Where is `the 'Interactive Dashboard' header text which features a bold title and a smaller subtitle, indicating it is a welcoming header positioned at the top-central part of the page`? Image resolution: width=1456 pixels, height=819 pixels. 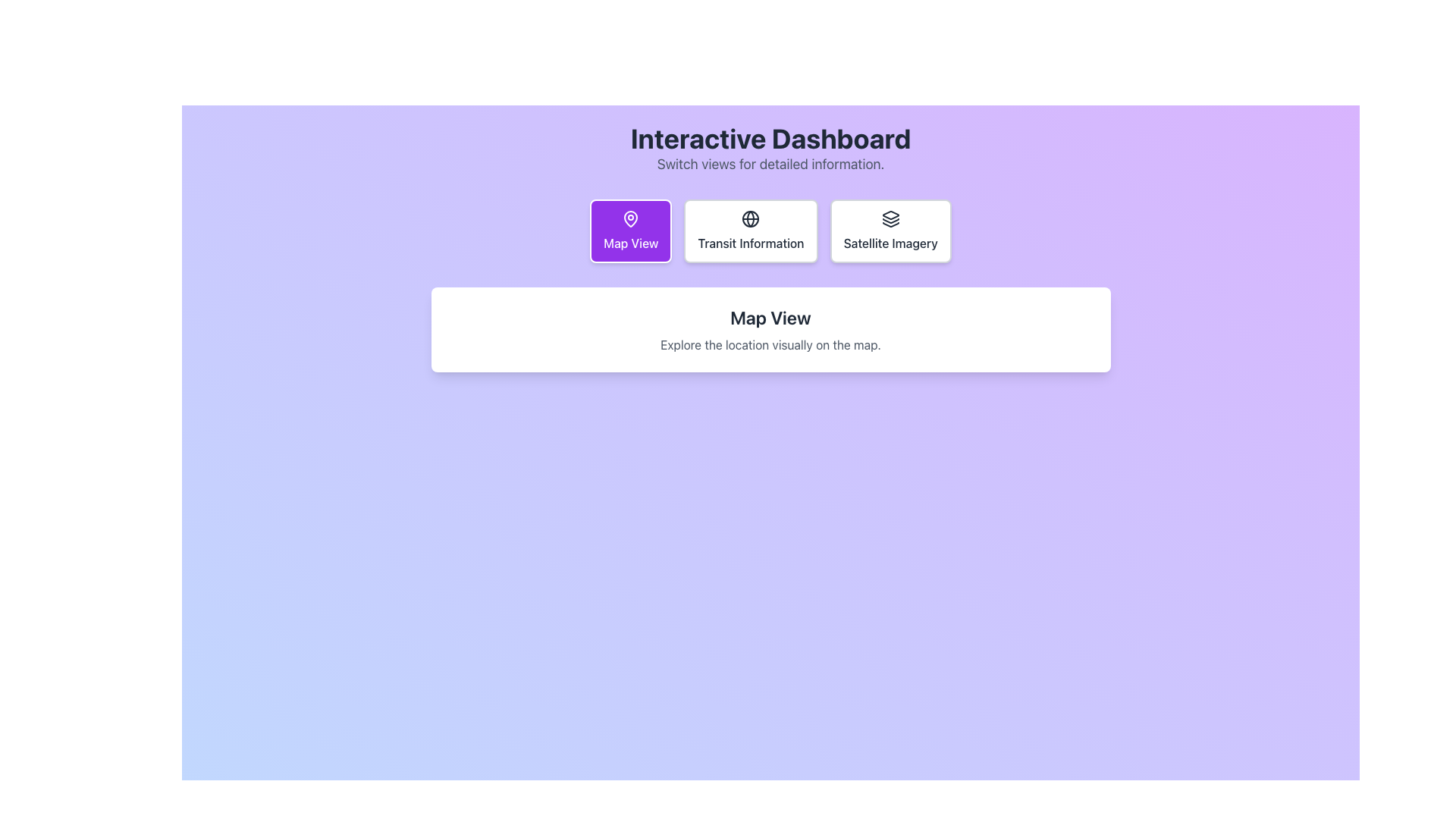
the 'Interactive Dashboard' header text which features a bold title and a smaller subtitle, indicating it is a welcoming header positioned at the top-central part of the page is located at coordinates (770, 149).